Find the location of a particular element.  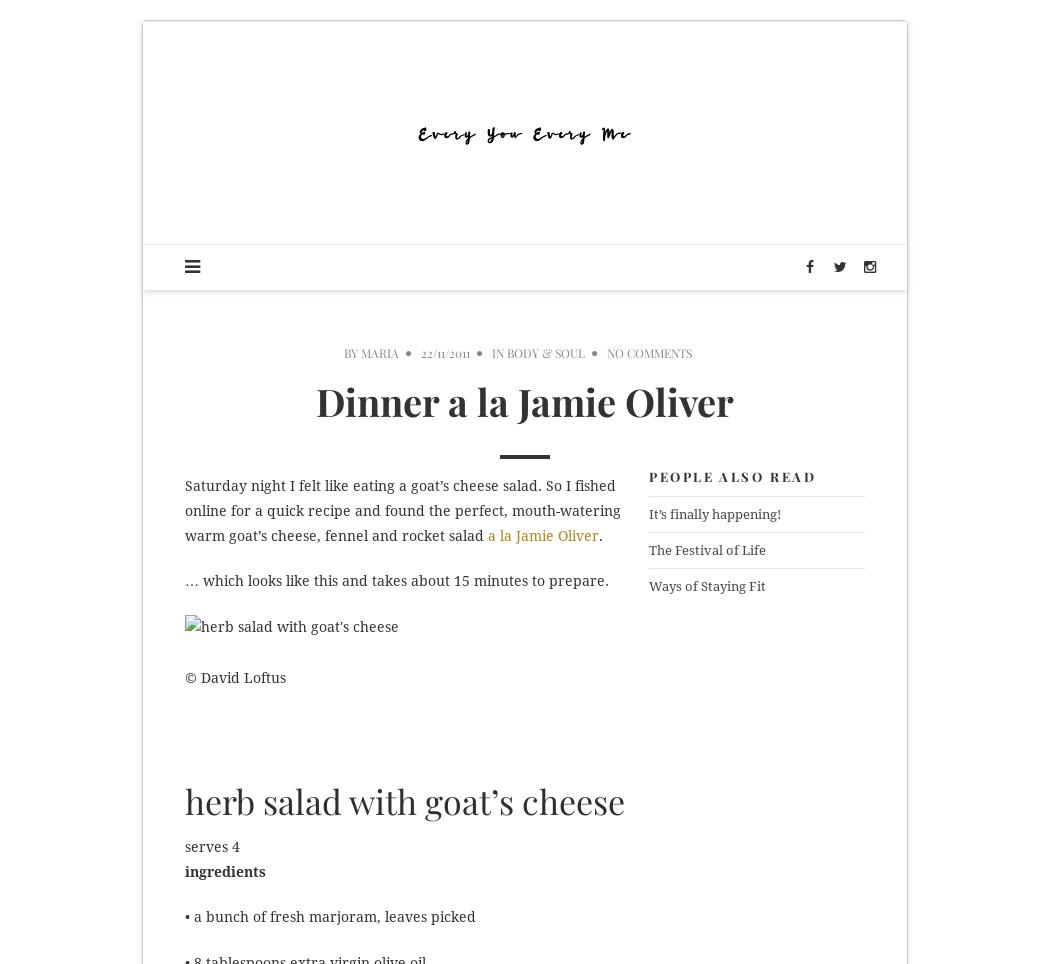

'… which looks like this and takes about 15 minutes to prepare.' is located at coordinates (185, 580).